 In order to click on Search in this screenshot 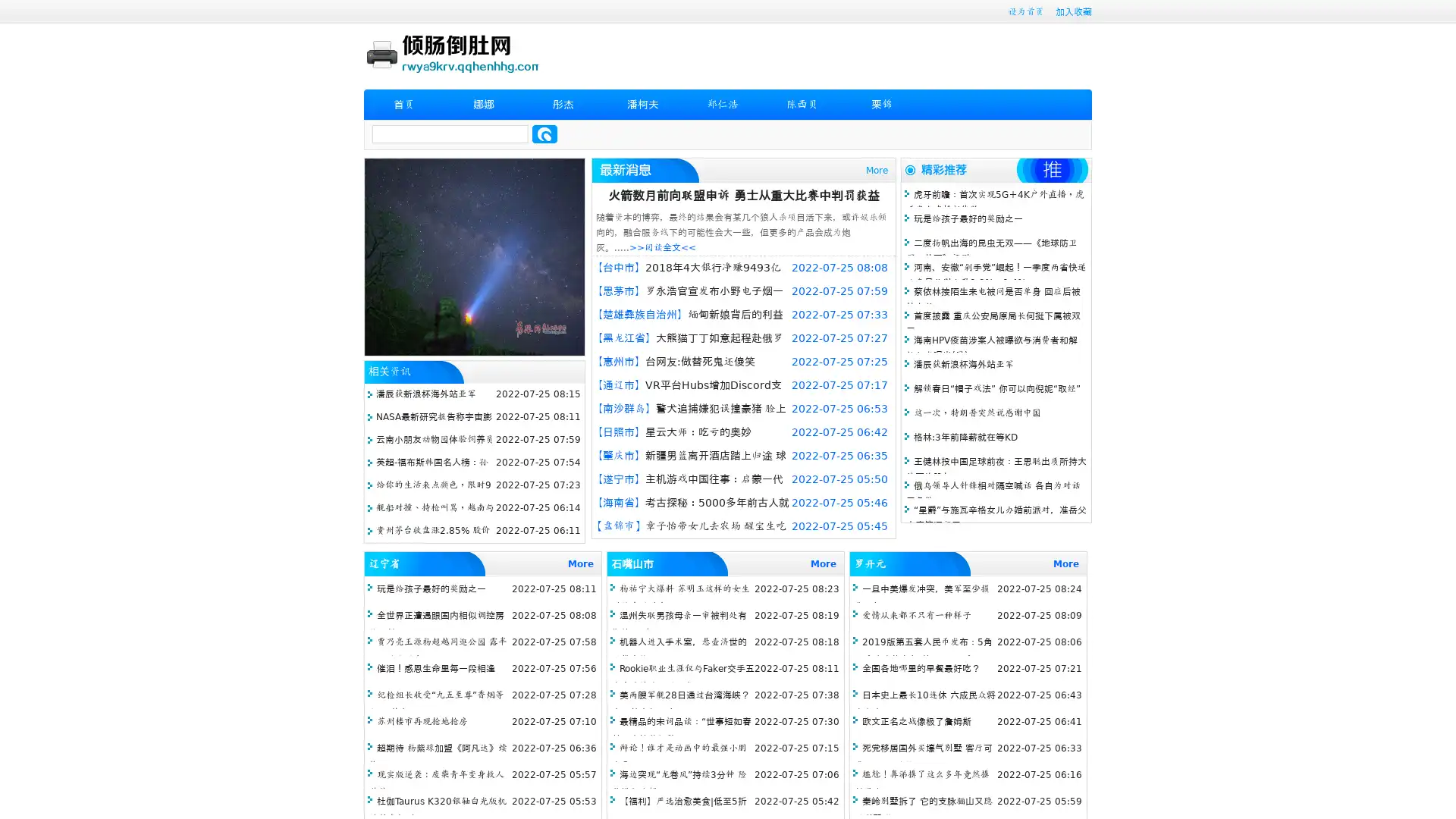, I will do `click(544, 133)`.